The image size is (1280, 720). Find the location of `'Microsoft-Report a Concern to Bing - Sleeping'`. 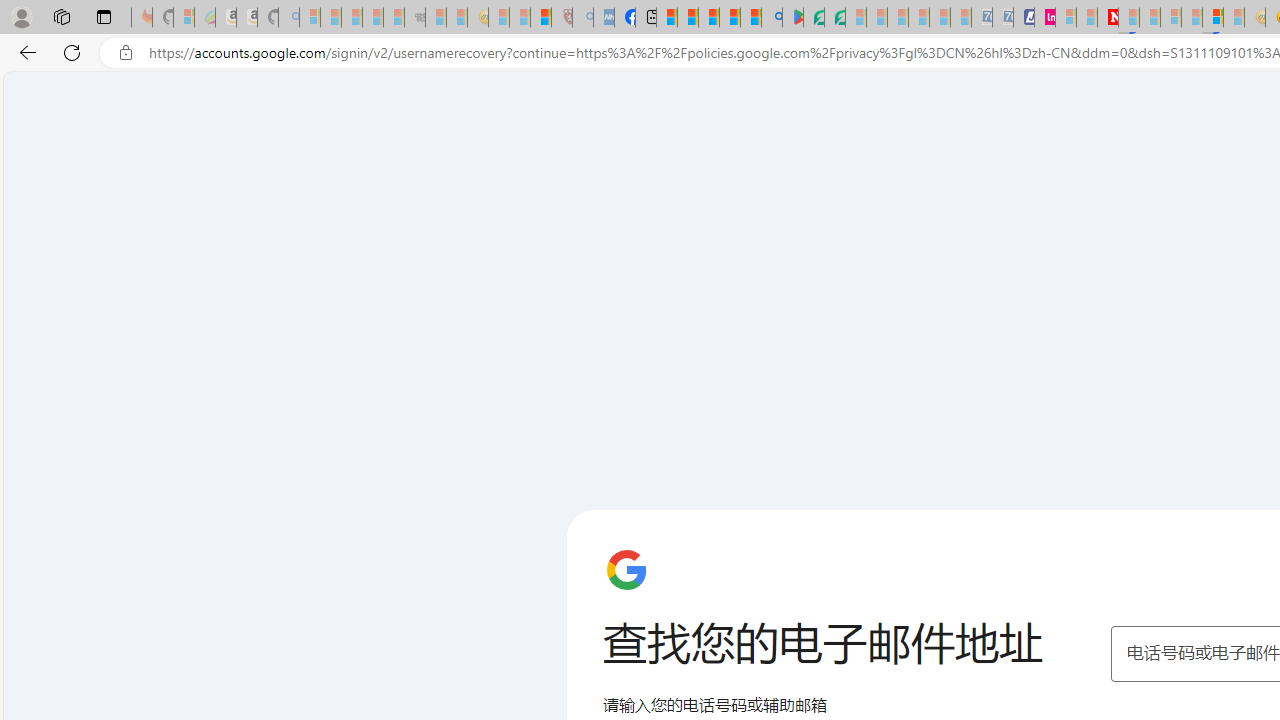

'Microsoft-Report a Concern to Bing - Sleeping' is located at coordinates (184, 17).